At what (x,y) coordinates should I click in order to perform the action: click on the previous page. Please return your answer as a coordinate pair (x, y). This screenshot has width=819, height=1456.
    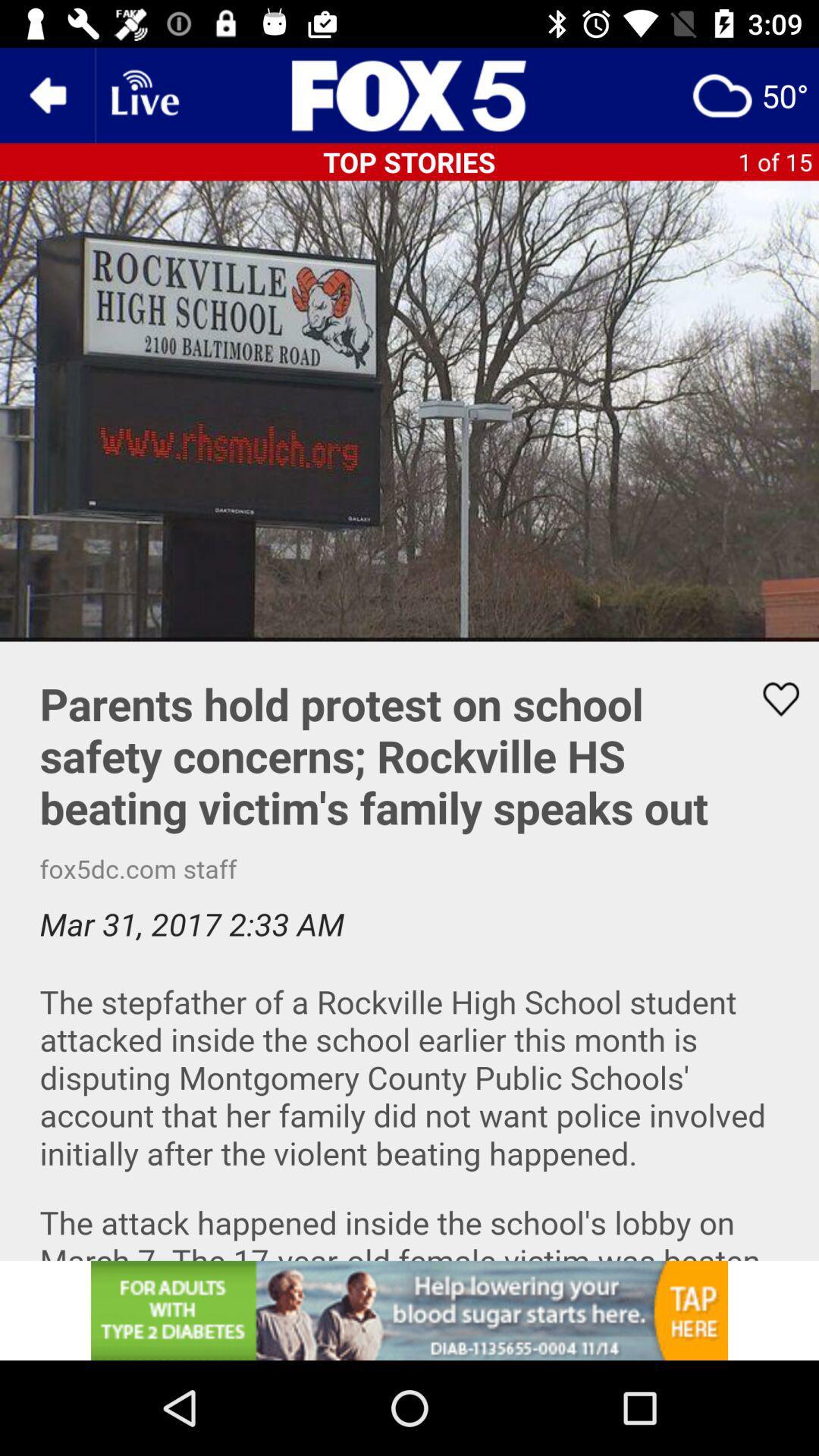
    Looking at the image, I should click on (46, 94).